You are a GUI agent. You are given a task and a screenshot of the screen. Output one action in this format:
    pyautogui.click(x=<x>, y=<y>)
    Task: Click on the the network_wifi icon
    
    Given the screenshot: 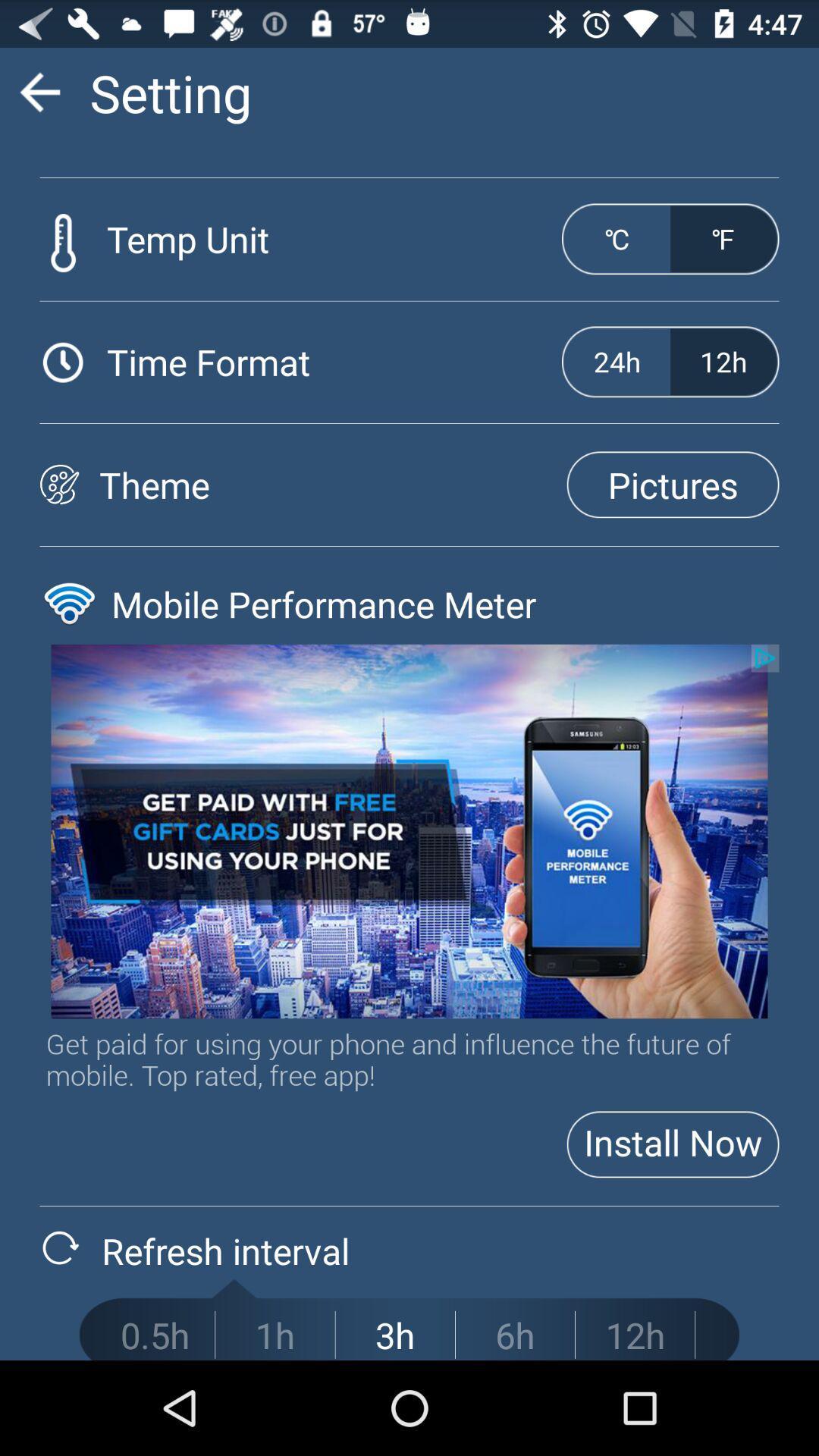 What is the action you would take?
    pyautogui.click(x=69, y=646)
    